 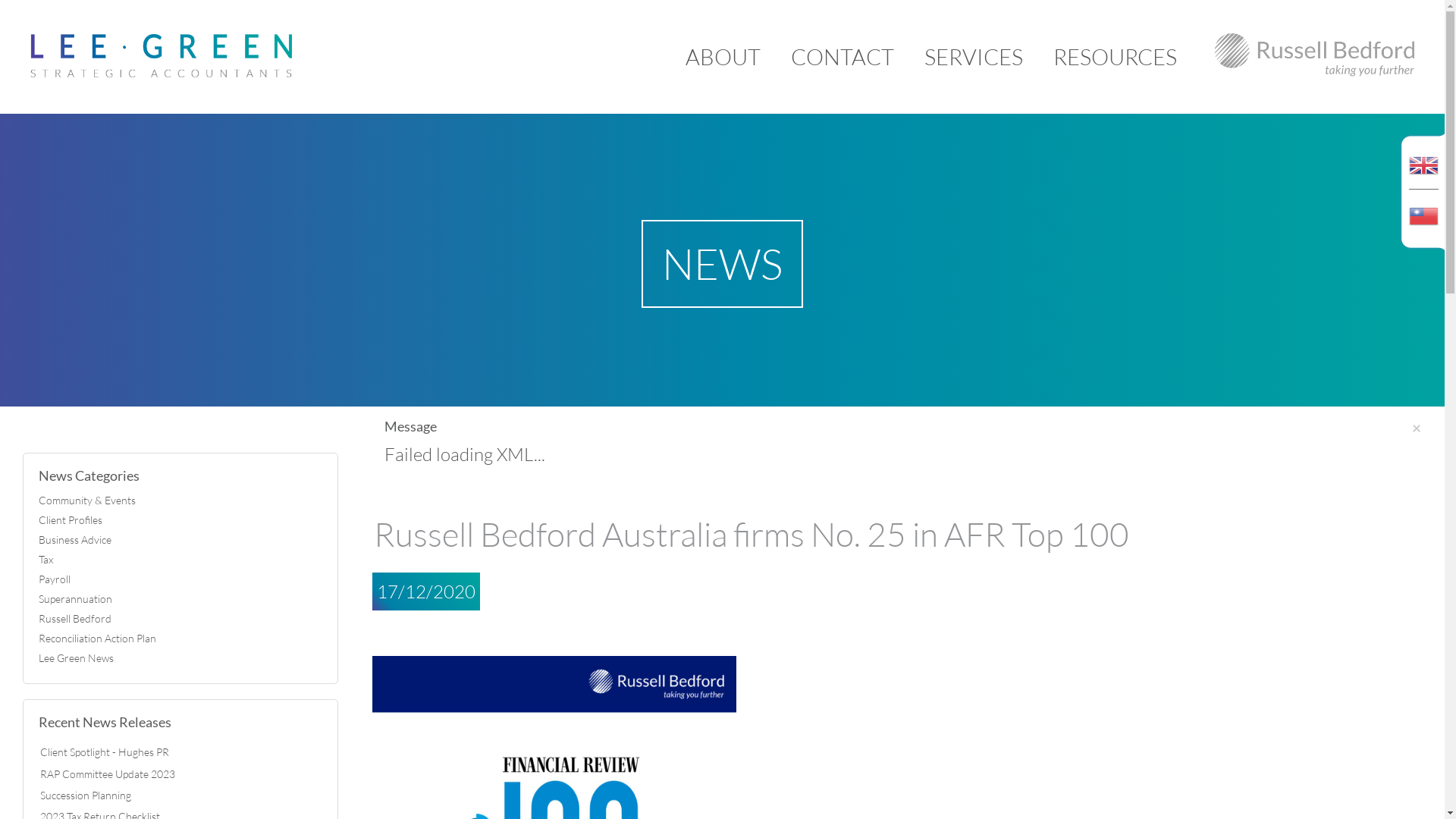 What do you see at coordinates (39, 752) in the screenshot?
I see `'Client Spotlight - Hughes PR'` at bounding box center [39, 752].